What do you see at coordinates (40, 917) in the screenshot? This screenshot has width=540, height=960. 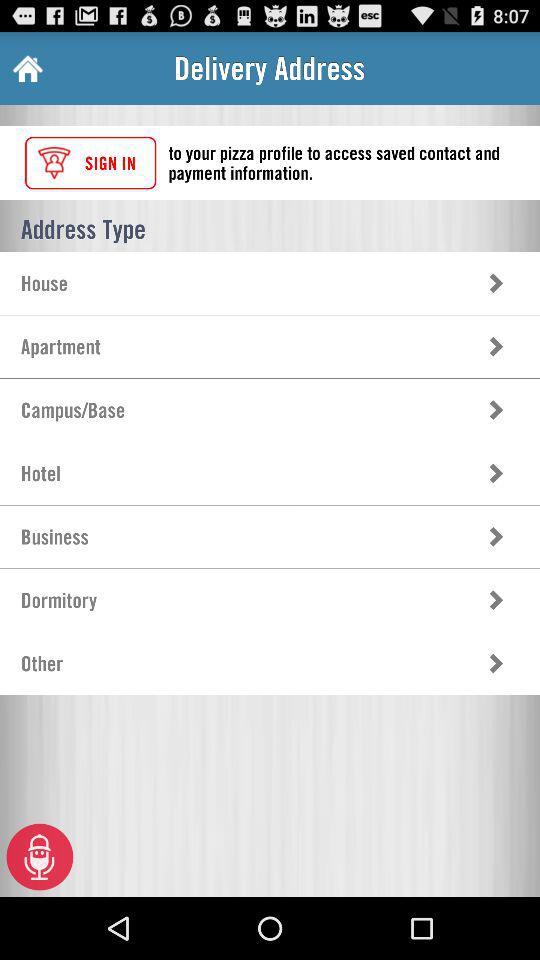 I see `the microphone icon` at bounding box center [40, 917].